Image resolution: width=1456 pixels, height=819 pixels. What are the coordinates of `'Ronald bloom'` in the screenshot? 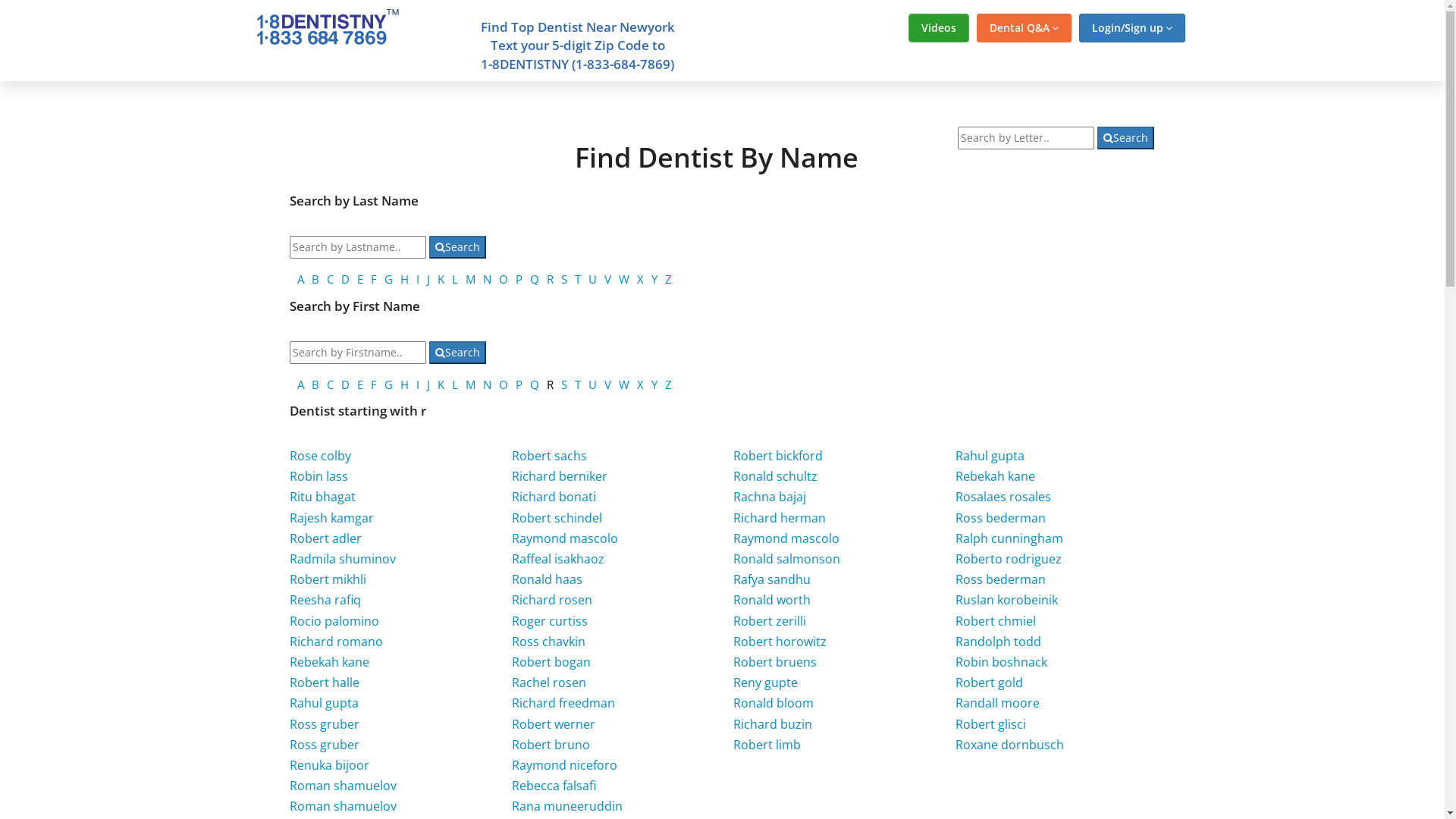 It's located at (773, 702).